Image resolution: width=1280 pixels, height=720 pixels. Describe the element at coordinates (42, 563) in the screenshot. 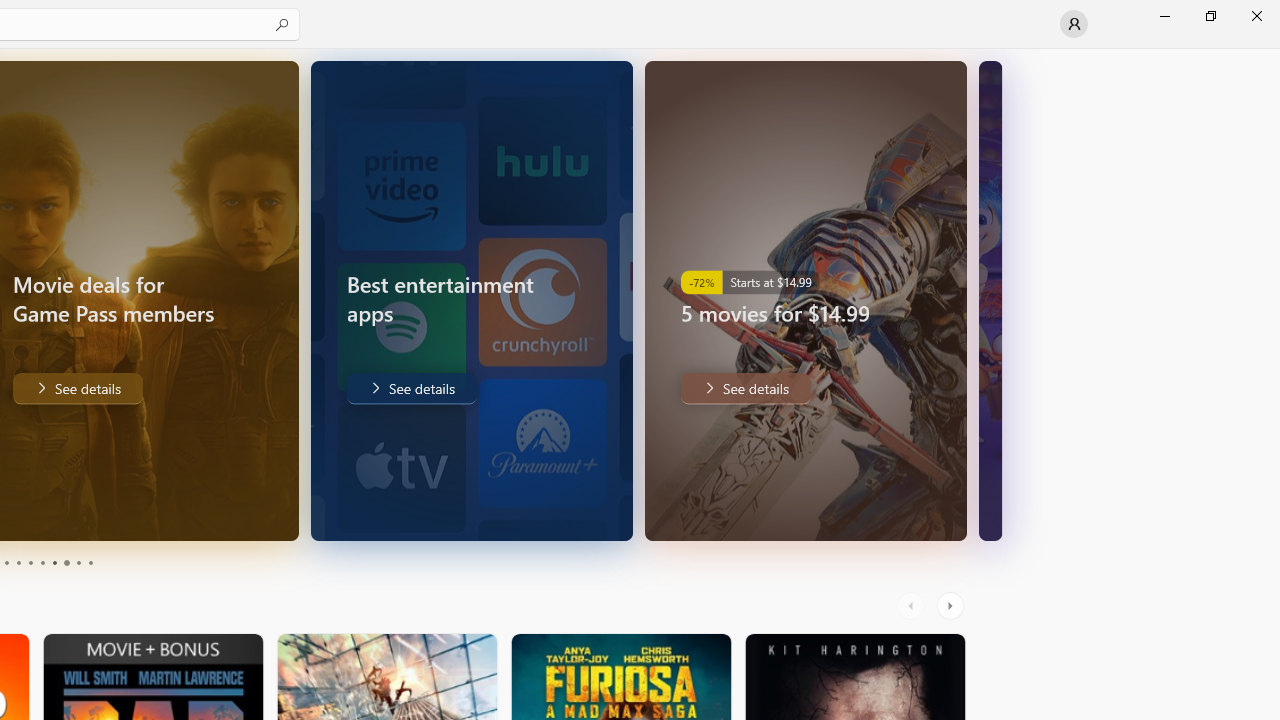

I see `'Page 6'` at that location.